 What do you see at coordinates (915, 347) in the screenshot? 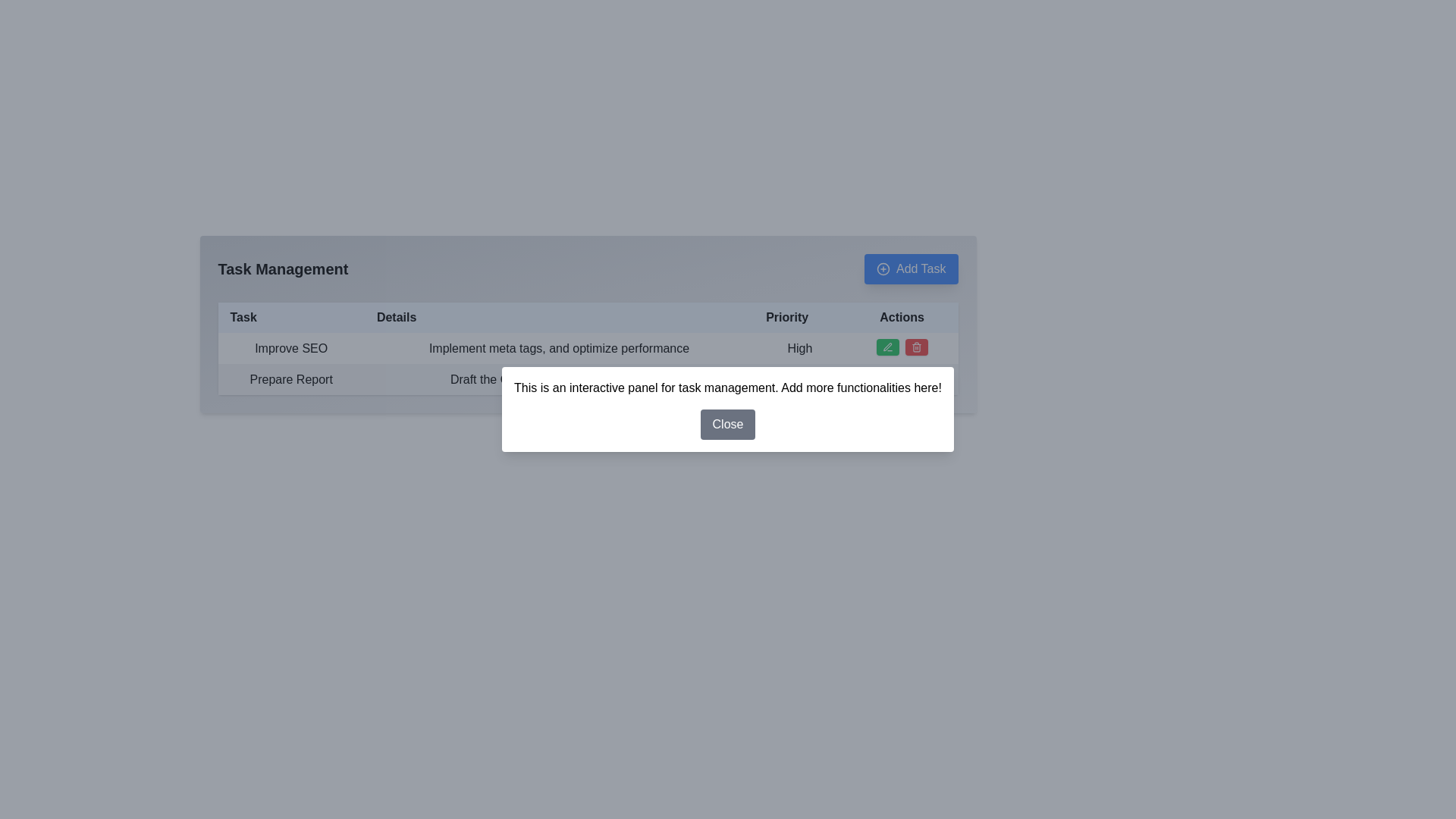
I see `the delete icon button in the 'Actions' column of the 'Task Management' section` at bounding box center [915, 347].